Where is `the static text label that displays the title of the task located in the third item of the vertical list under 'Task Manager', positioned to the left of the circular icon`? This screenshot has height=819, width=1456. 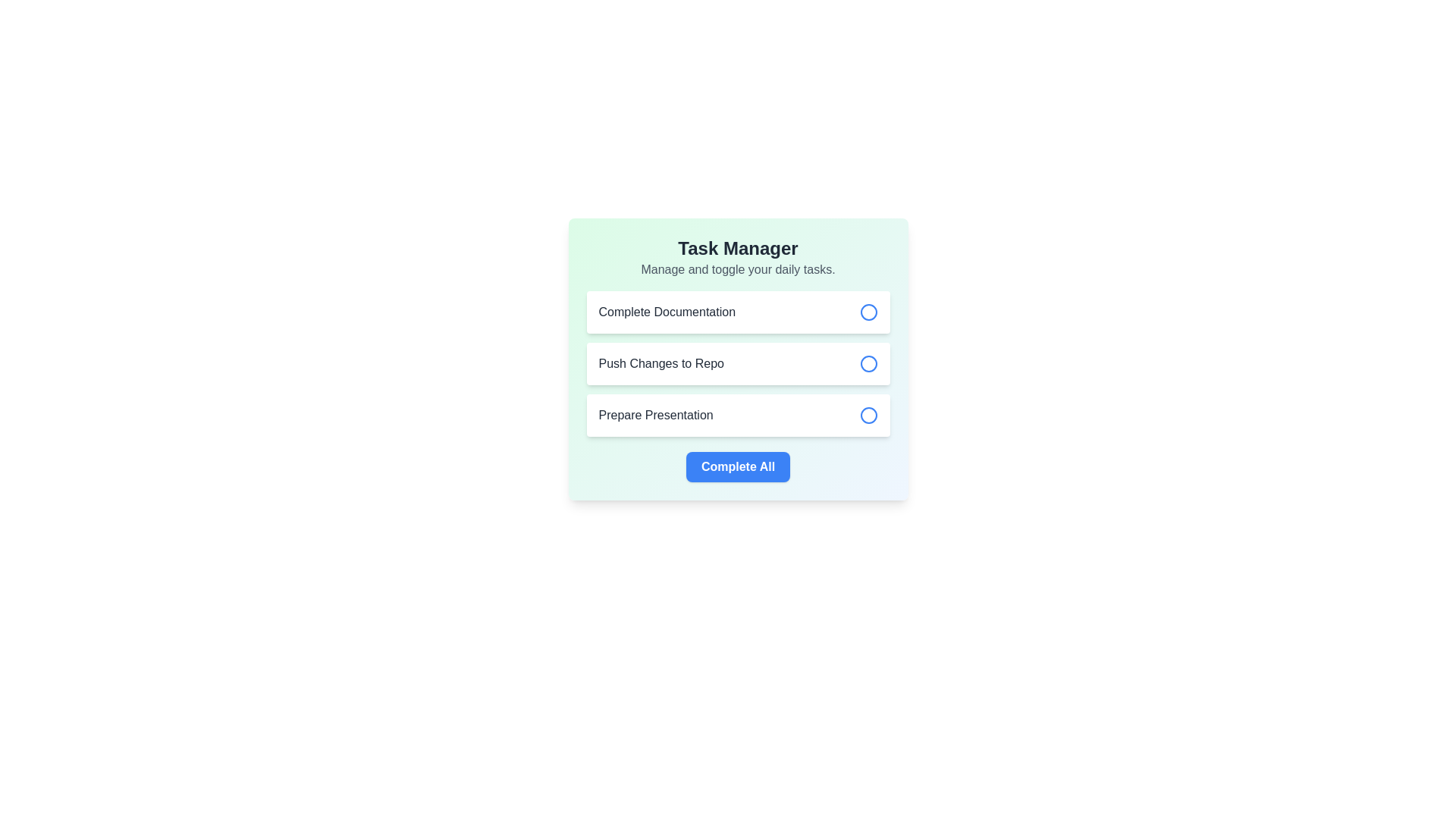
the static text label that displays the title of the task located in the third item of the vertical list under 'Task Manager', positioned to the left of the circular icon is located at coordinates (656, 415).